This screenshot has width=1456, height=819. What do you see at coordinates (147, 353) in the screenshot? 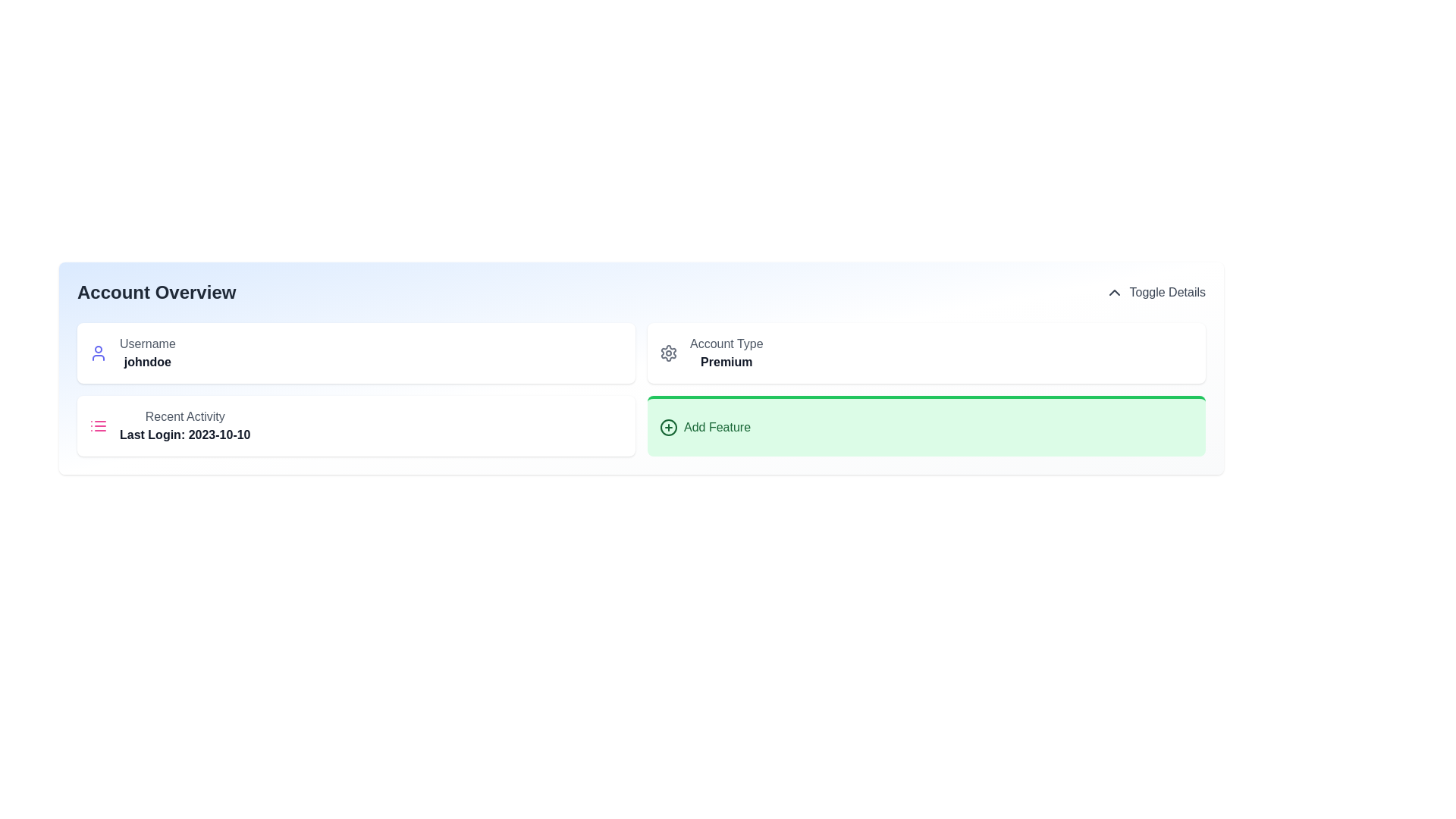
I see `the 'Username' text element which displays 'johndoe' in bold black font, located prominently at the top left of the interface within a white card styled element` at bounding box center [147, 353].